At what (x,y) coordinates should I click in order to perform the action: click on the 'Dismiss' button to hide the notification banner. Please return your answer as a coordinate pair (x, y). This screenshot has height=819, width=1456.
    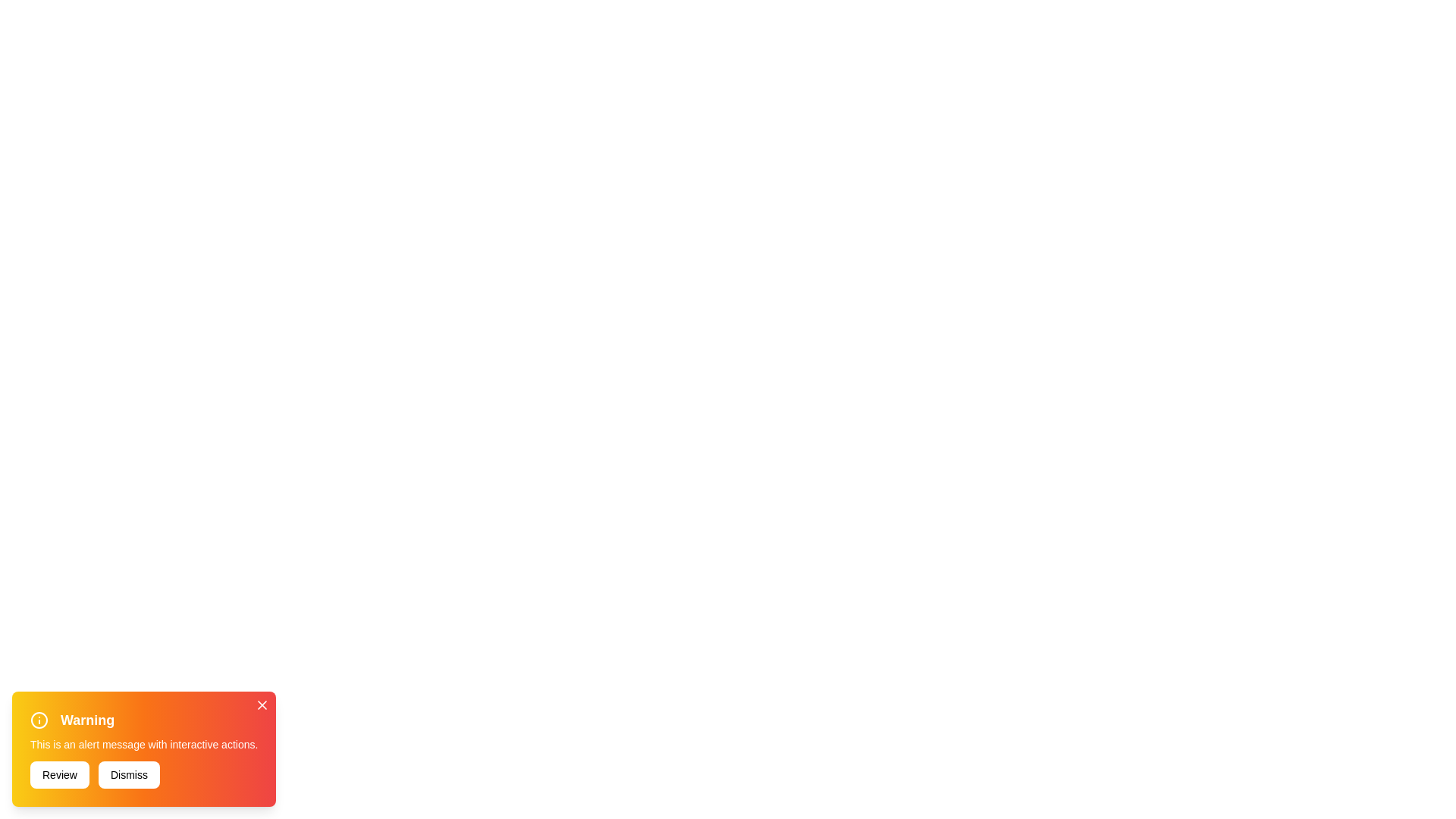
    Looking at the image, I should click on (129, 775).